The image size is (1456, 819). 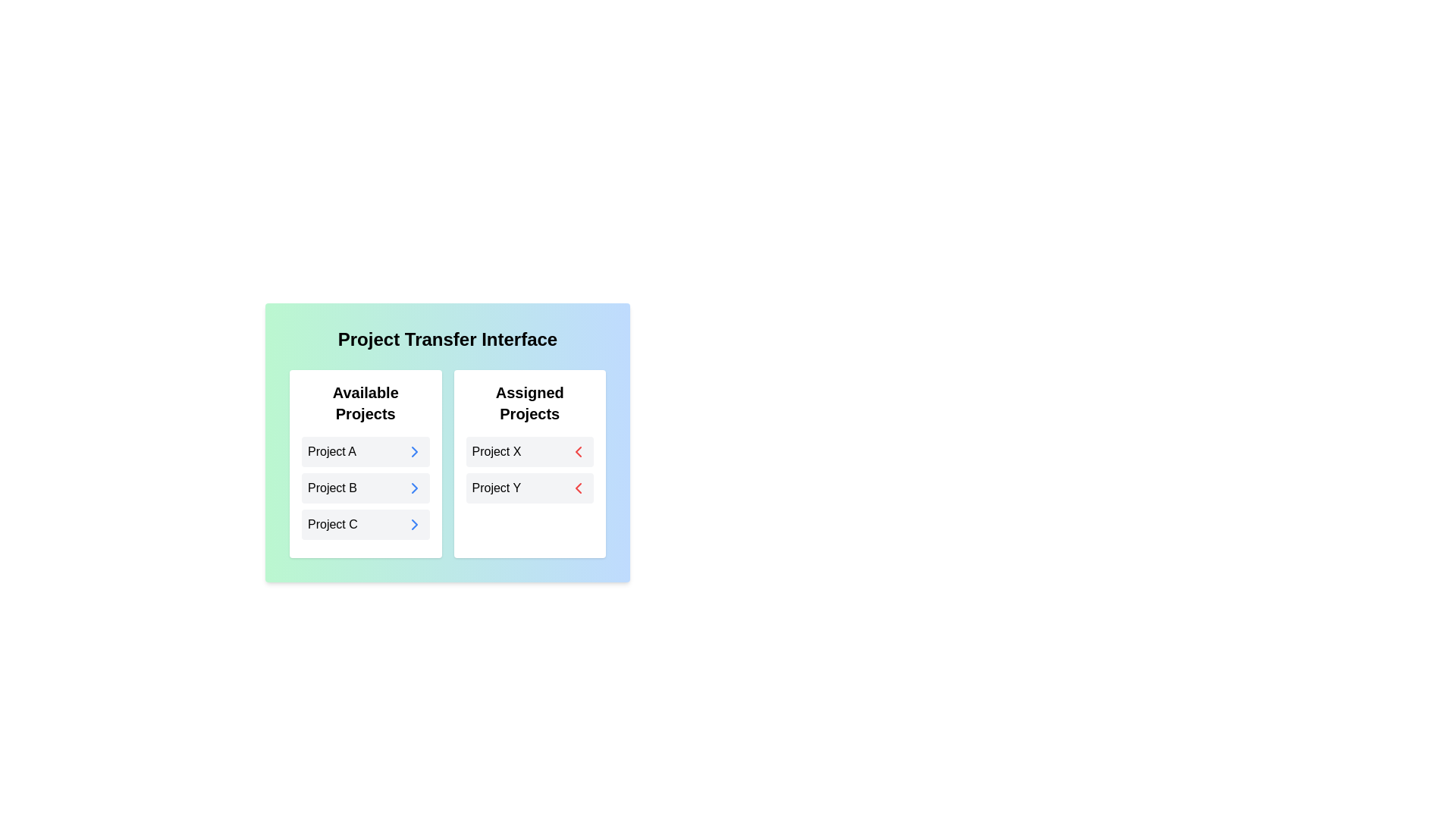 I want to click on the first list item labeled 'Project A' with a light gray background and a blue right arrow, so click(x=366, y=451).